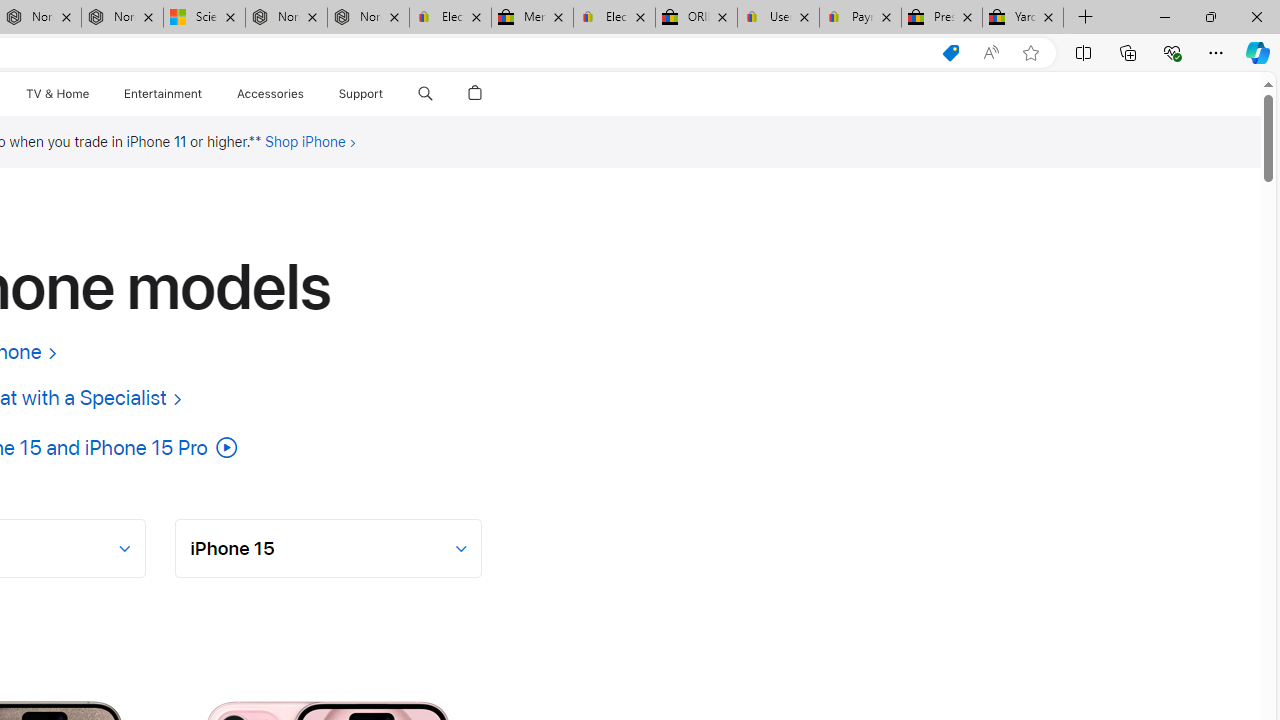  Describe the element at coordinates (474, 93) in the screenshot. I see `'Shopping Bag'` at that location.